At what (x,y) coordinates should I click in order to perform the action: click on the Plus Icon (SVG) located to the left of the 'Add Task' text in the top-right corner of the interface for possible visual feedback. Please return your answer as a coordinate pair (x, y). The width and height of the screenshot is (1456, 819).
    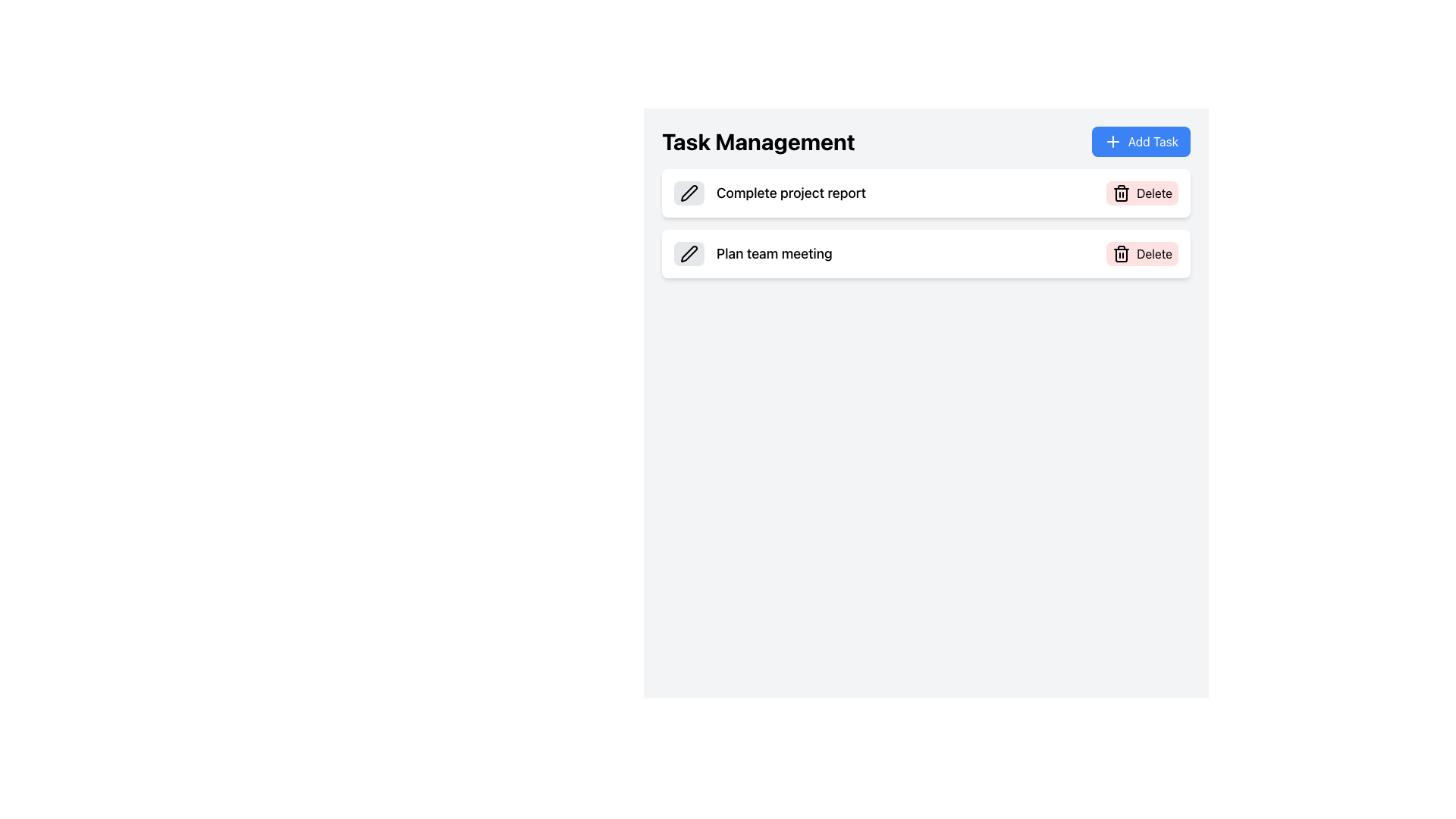
    Looking at the image, I should click on (1112, 141).